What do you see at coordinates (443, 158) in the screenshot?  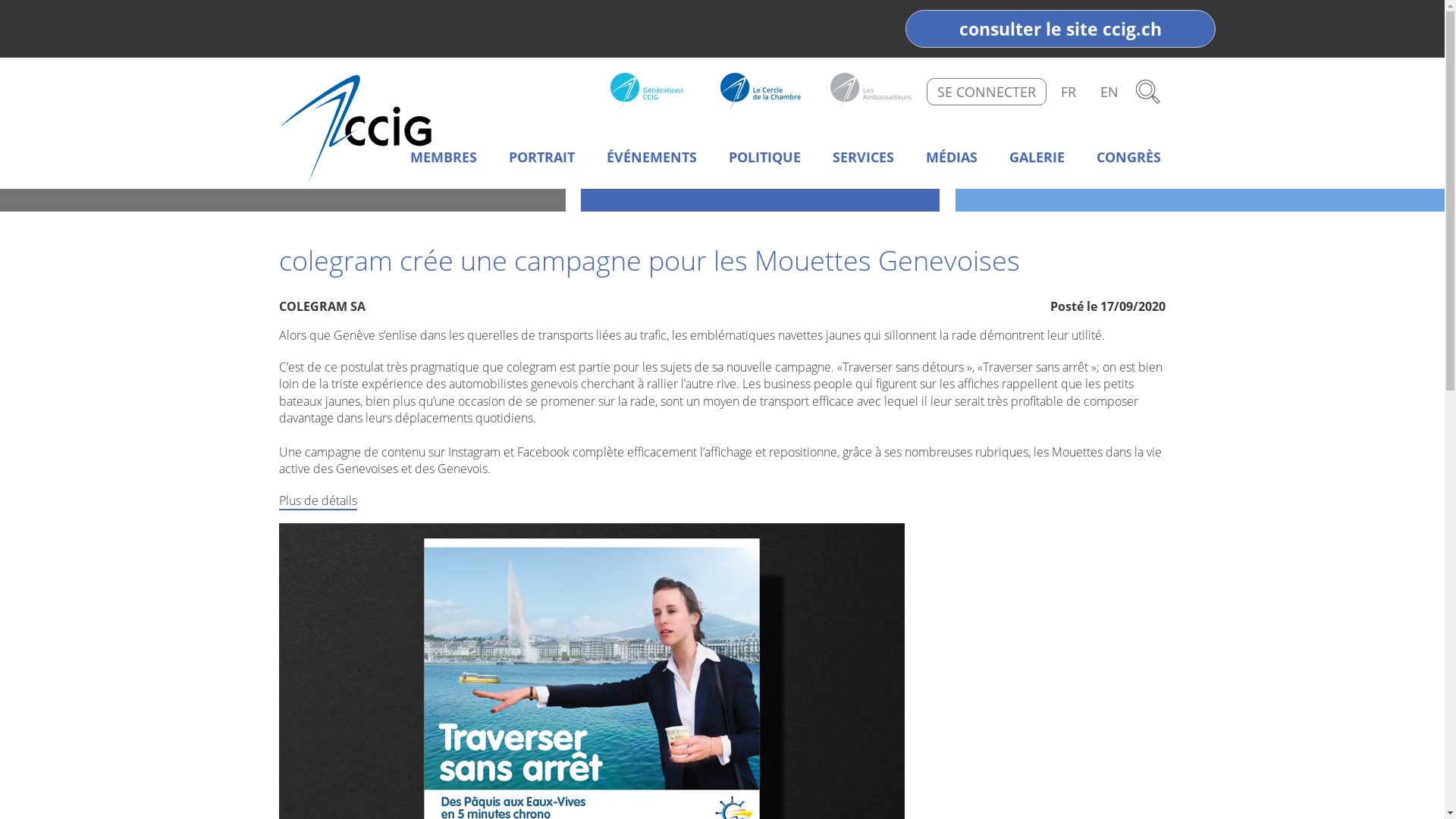 I see `'MEMBRES'` at bounding box center [443, 158].